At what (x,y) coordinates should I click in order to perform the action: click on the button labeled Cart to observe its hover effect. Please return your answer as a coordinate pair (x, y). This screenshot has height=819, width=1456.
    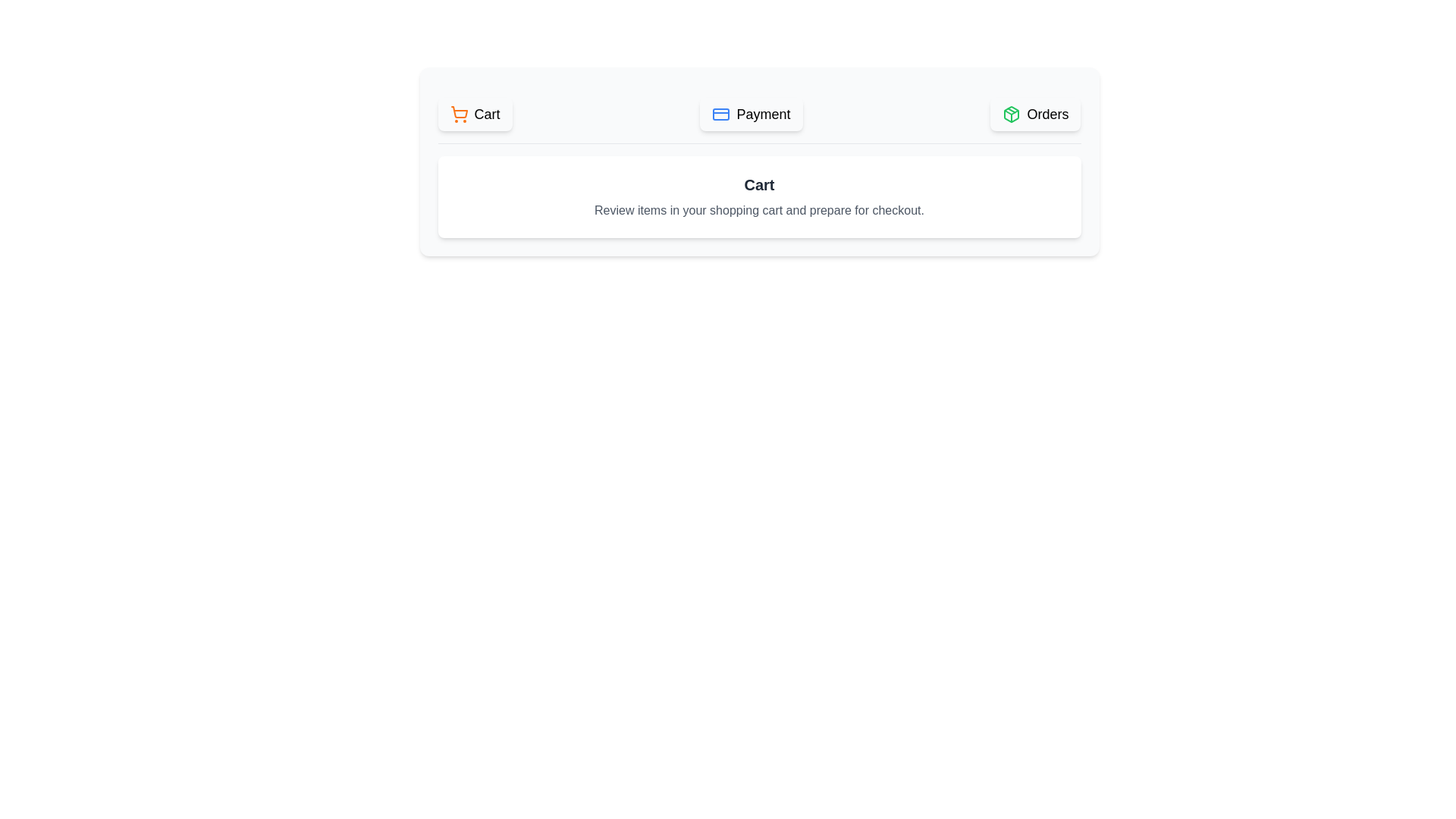
    Looking at the image, I should click on (474, 113).